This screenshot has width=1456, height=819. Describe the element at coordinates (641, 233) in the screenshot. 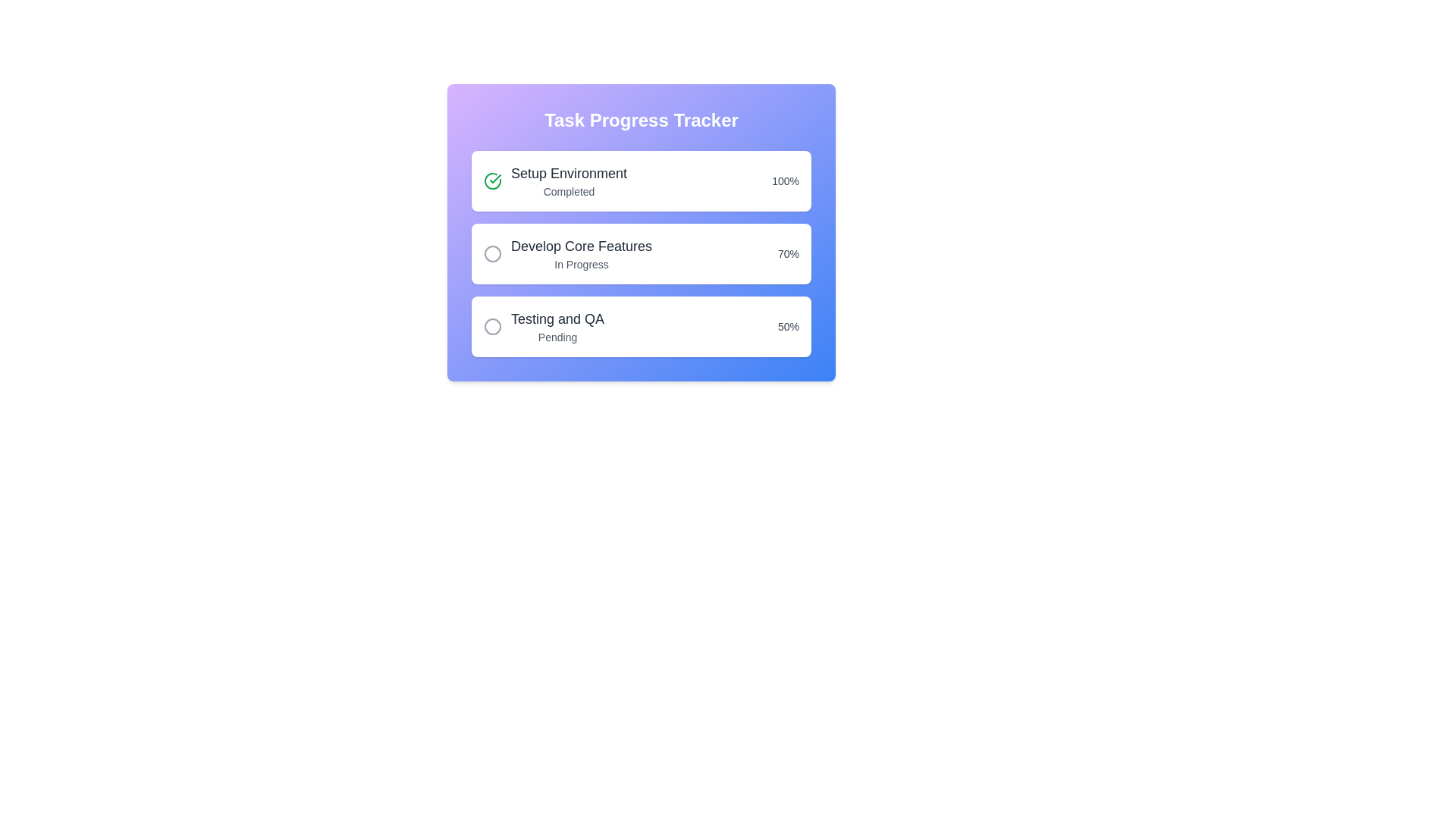

I see `the second Informational Card titled 'Develop Core Features' with status 'In Progress'` at that location.